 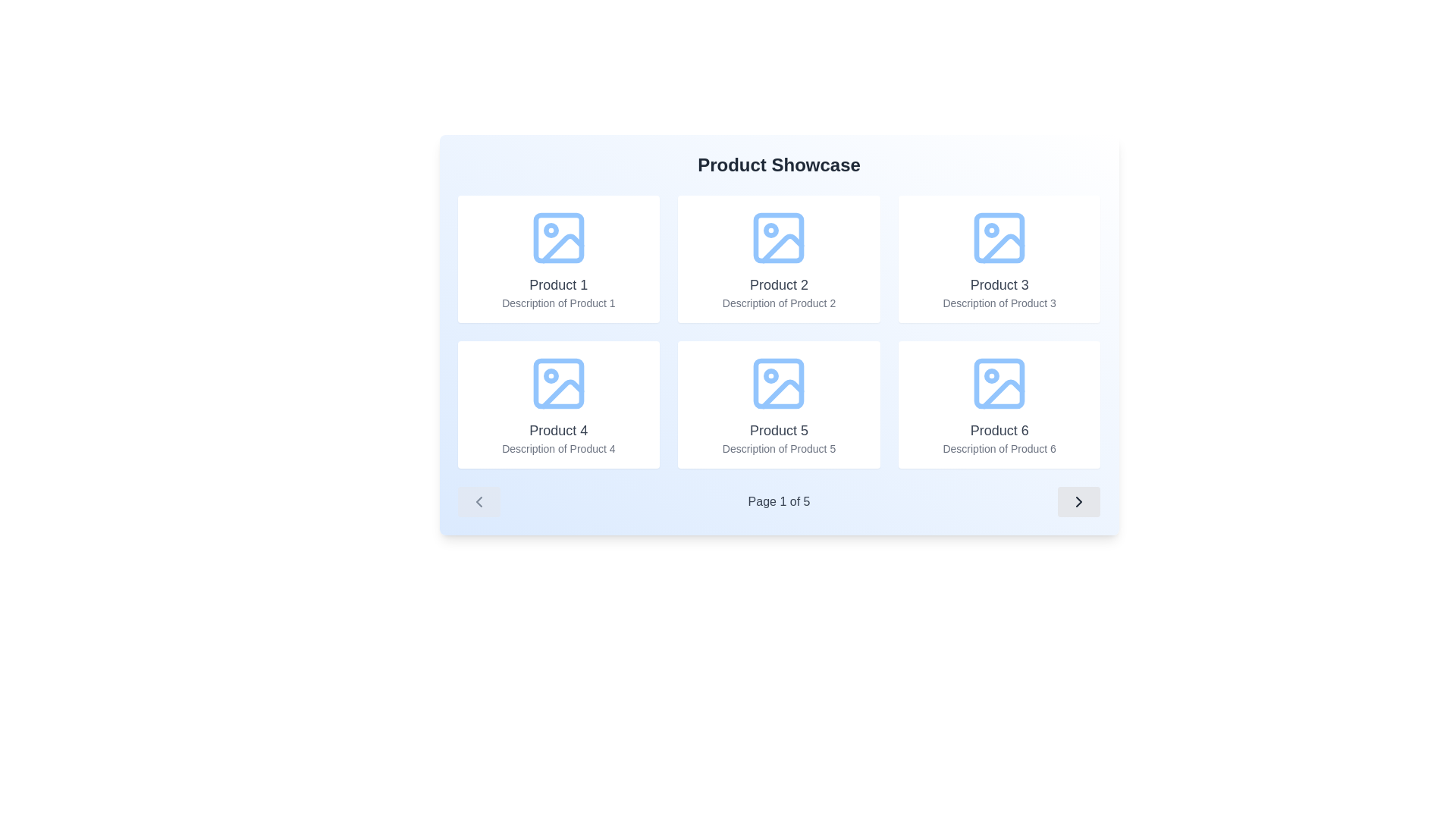 What do you see at coordinates (999, 237) in the screenshot?
I see `the small, rounded rectangle element that is part of the image icon for 'Product 3' in the third position of the top row of the product grid under 'Product Showcase'` at bounding box center [999, 237].